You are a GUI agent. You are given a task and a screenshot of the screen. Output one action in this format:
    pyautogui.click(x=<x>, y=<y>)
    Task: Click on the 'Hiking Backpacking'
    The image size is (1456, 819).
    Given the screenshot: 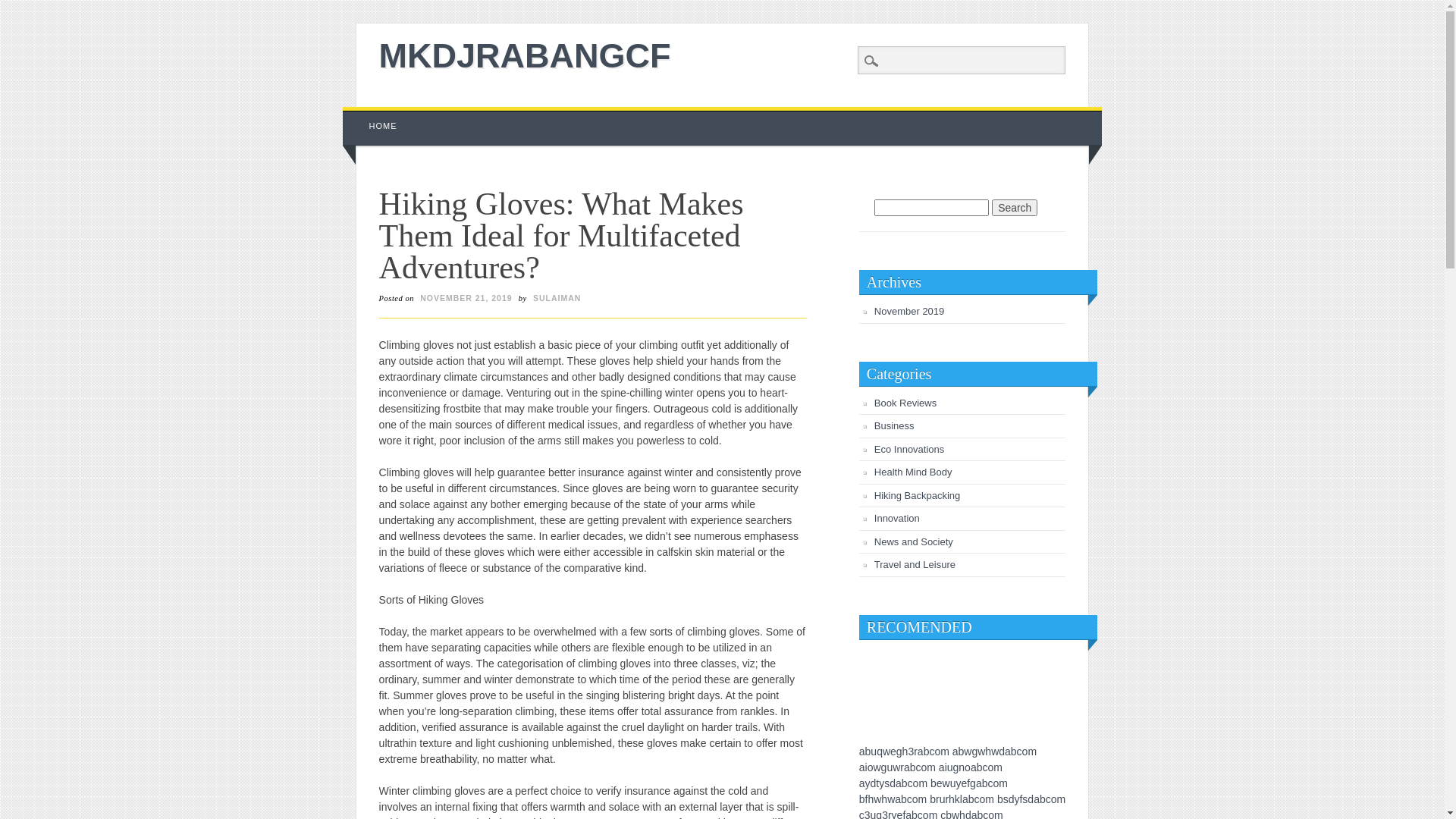 What is the action you would take?
    pyautogui.click(x=874, y=495)
    